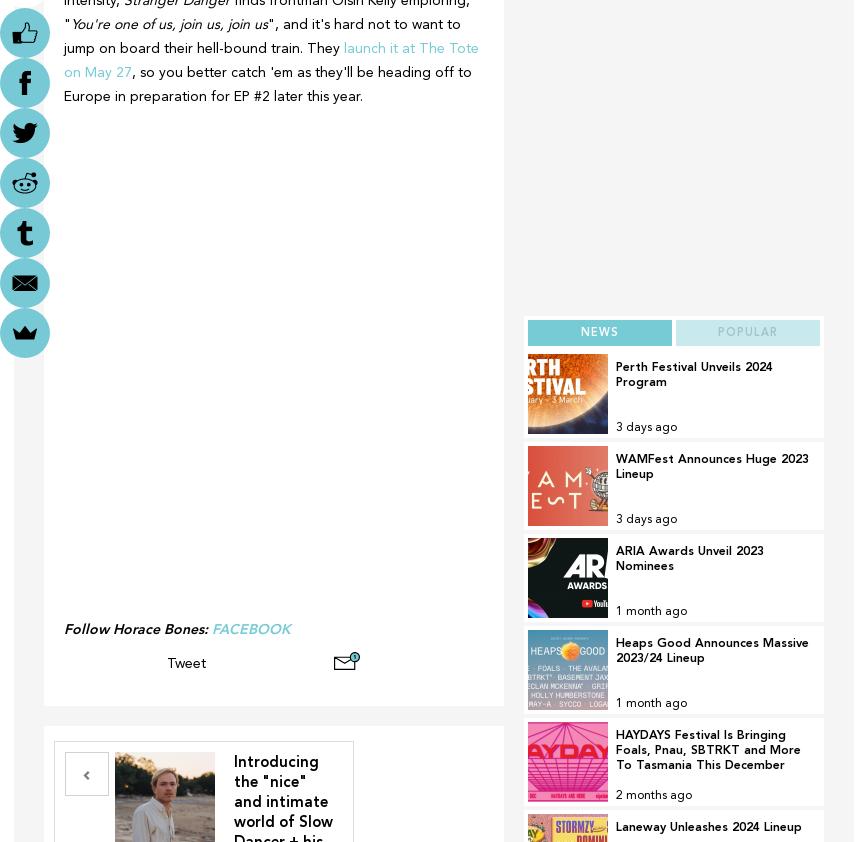  Describe the element at coordinates (652, 797) in the screenshot. I see `'4  months ago'` at that location.